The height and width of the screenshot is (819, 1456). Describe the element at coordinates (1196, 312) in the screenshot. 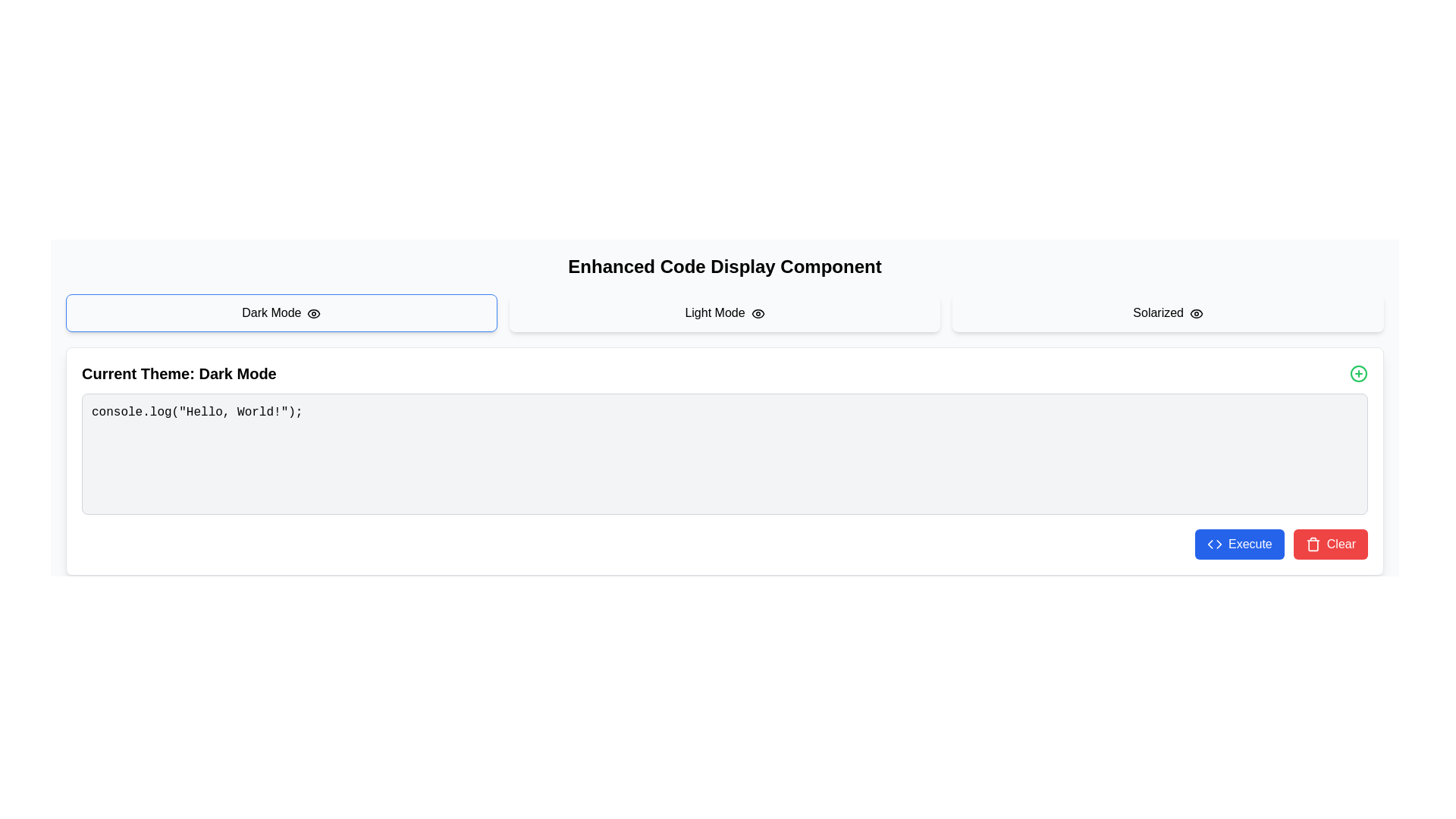

I see `the eye icon associated with the SVG element in the header that represents the visibility or viewing state for theme configuration, specifically for the 'Solarized' theme option` at that location.